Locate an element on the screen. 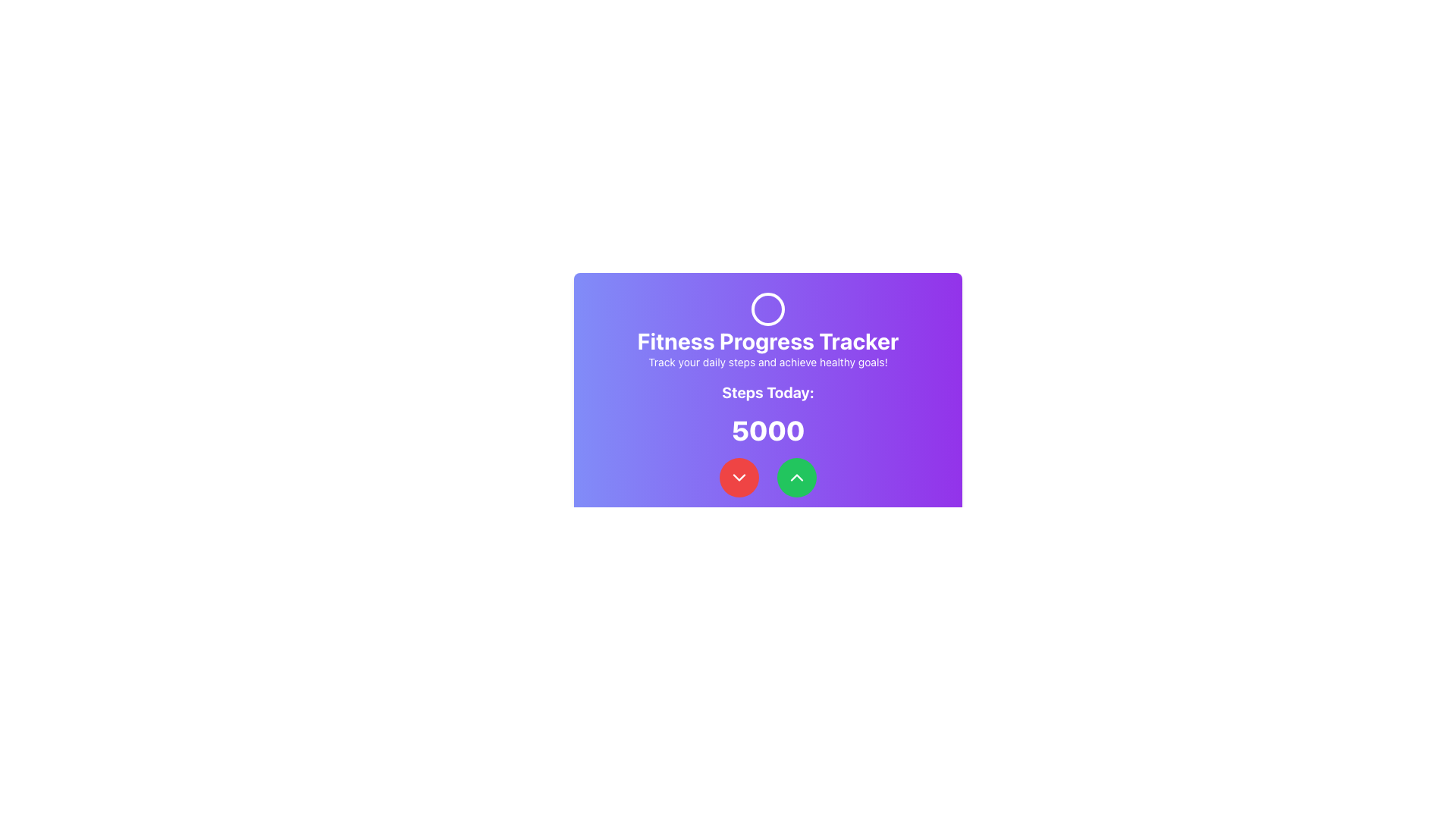 The width and height of the screenshot is (1456, 819). the text element displaying the phrase 'Track your daily steps and achieve healthy goals!' which is centered beneath the 'Fitness Progress Tracker' heading and above the 'Steps Today:' label is located at coordinates (767, 362).